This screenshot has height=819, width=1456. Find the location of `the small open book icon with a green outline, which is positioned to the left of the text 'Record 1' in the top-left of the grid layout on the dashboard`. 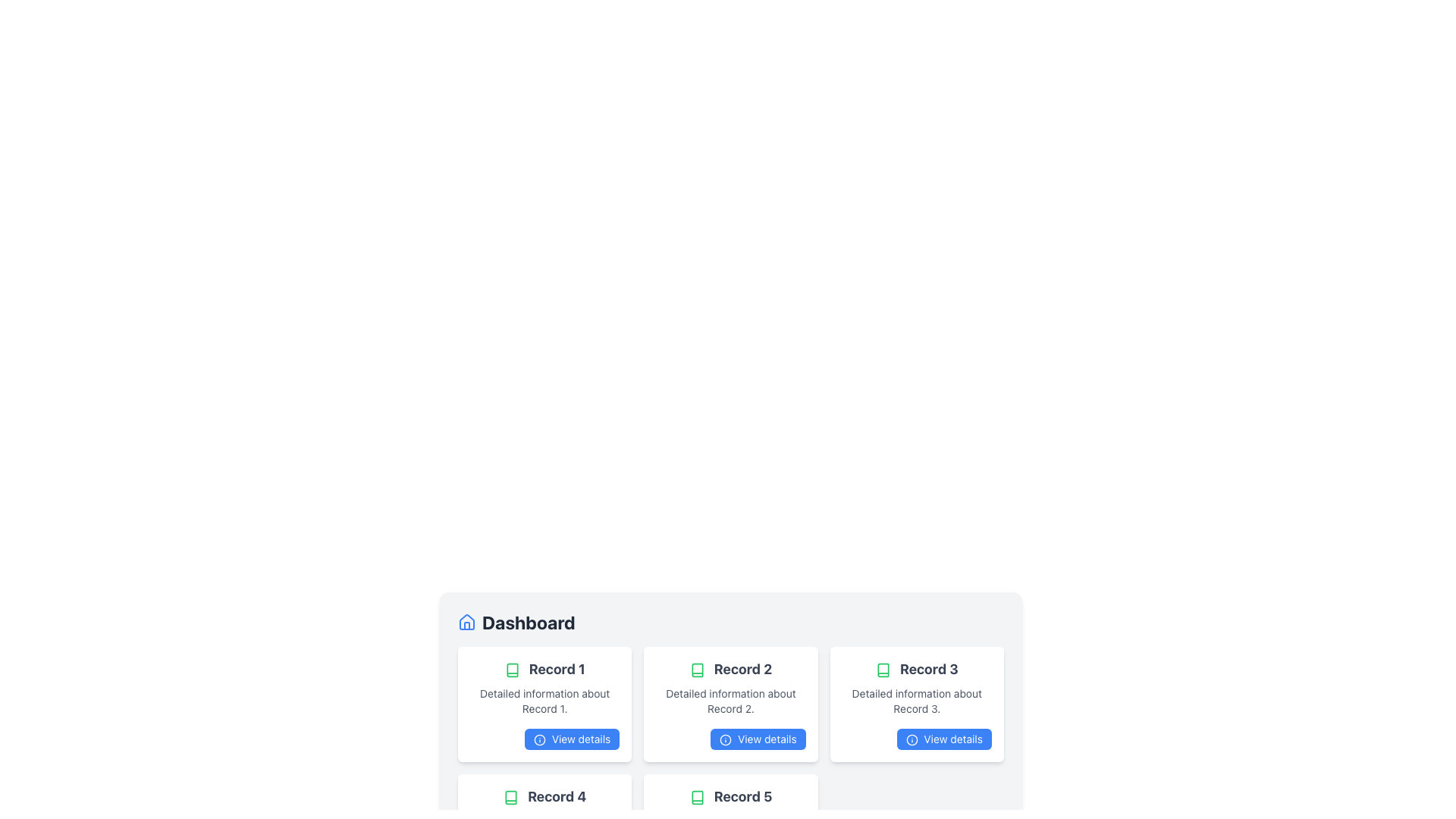

the small open book icon with a green outline, which is positioned to the left of the text 'Record 1' in the top-left of the grid layout on the dashboard is located at coordinates (512, 670).